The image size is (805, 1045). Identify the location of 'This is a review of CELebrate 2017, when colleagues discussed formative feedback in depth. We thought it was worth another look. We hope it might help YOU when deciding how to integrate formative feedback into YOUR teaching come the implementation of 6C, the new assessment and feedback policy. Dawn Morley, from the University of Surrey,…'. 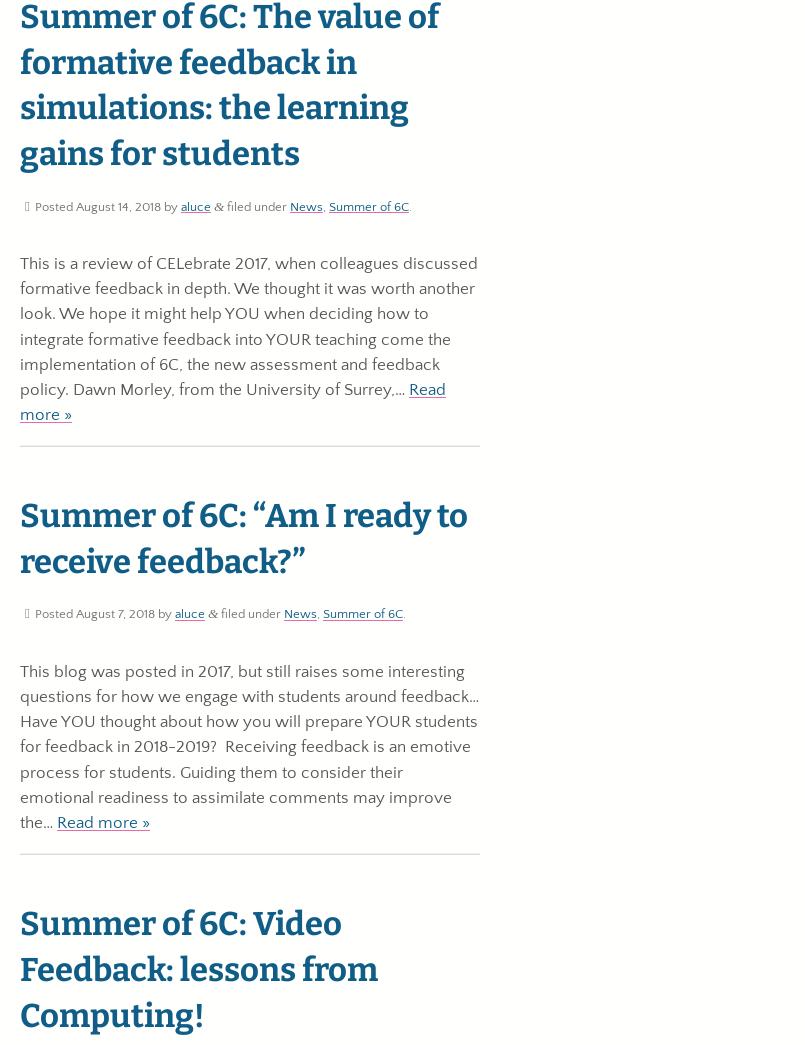
(248, 326).